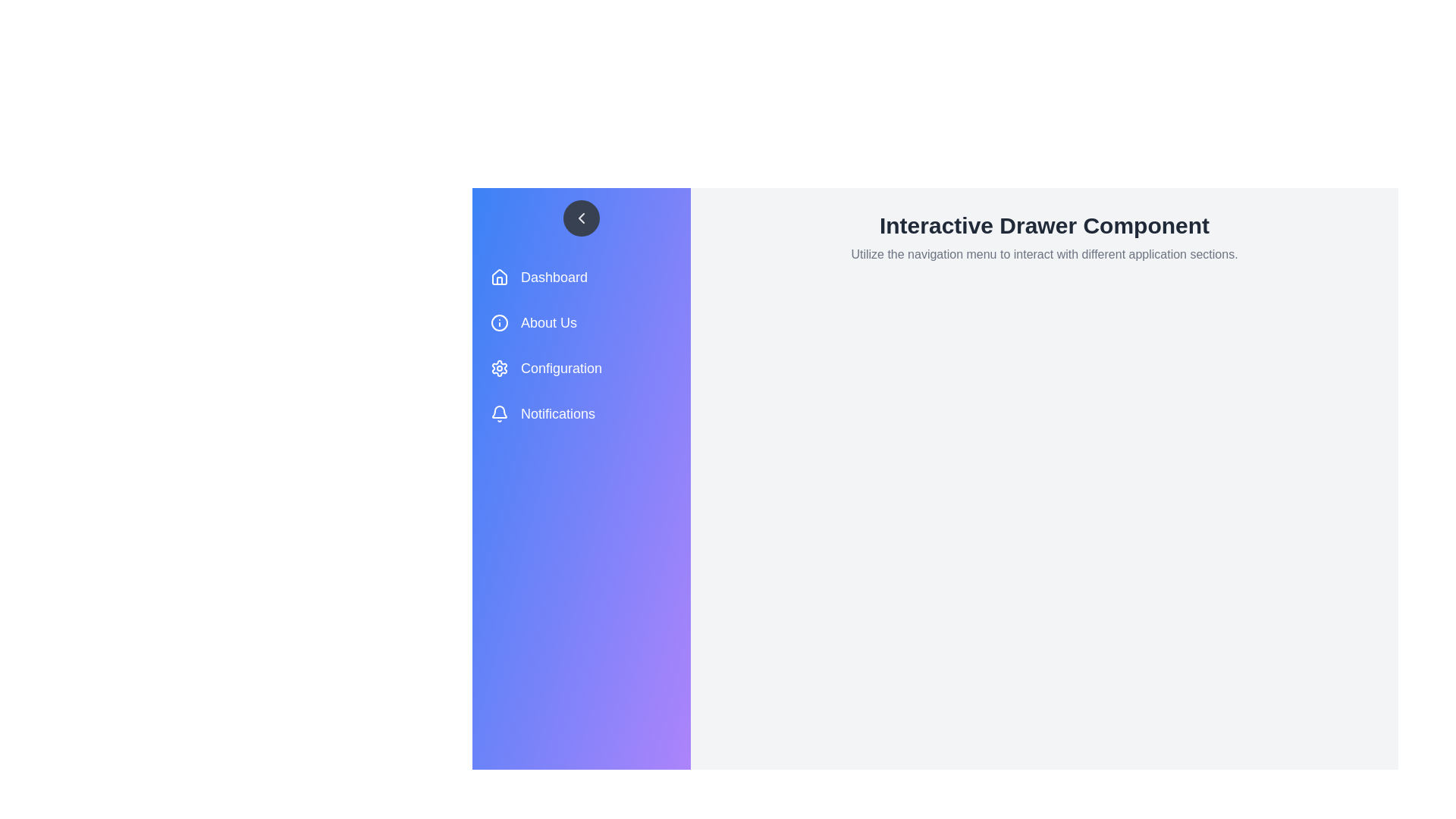  Describe the element at coordinates (557, 414) in the screenshot. I see `the 'Notifications' text in the vertical navigation menu` at that location.